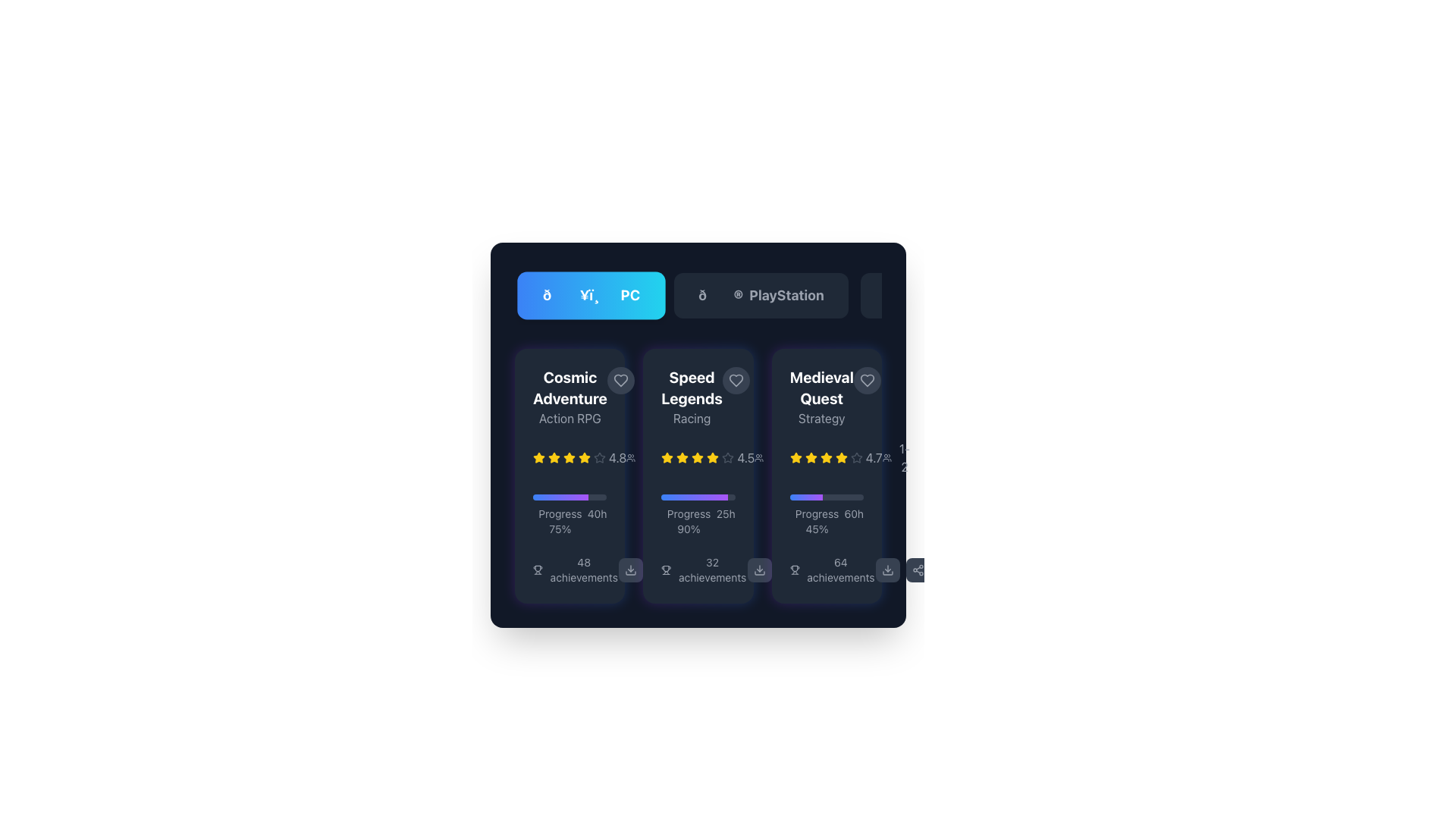  Describe the element at coordinates (697, 457) in the screenshot. I see `the second star icon in the rating system under the 'Speed Legends' game title` at that location.